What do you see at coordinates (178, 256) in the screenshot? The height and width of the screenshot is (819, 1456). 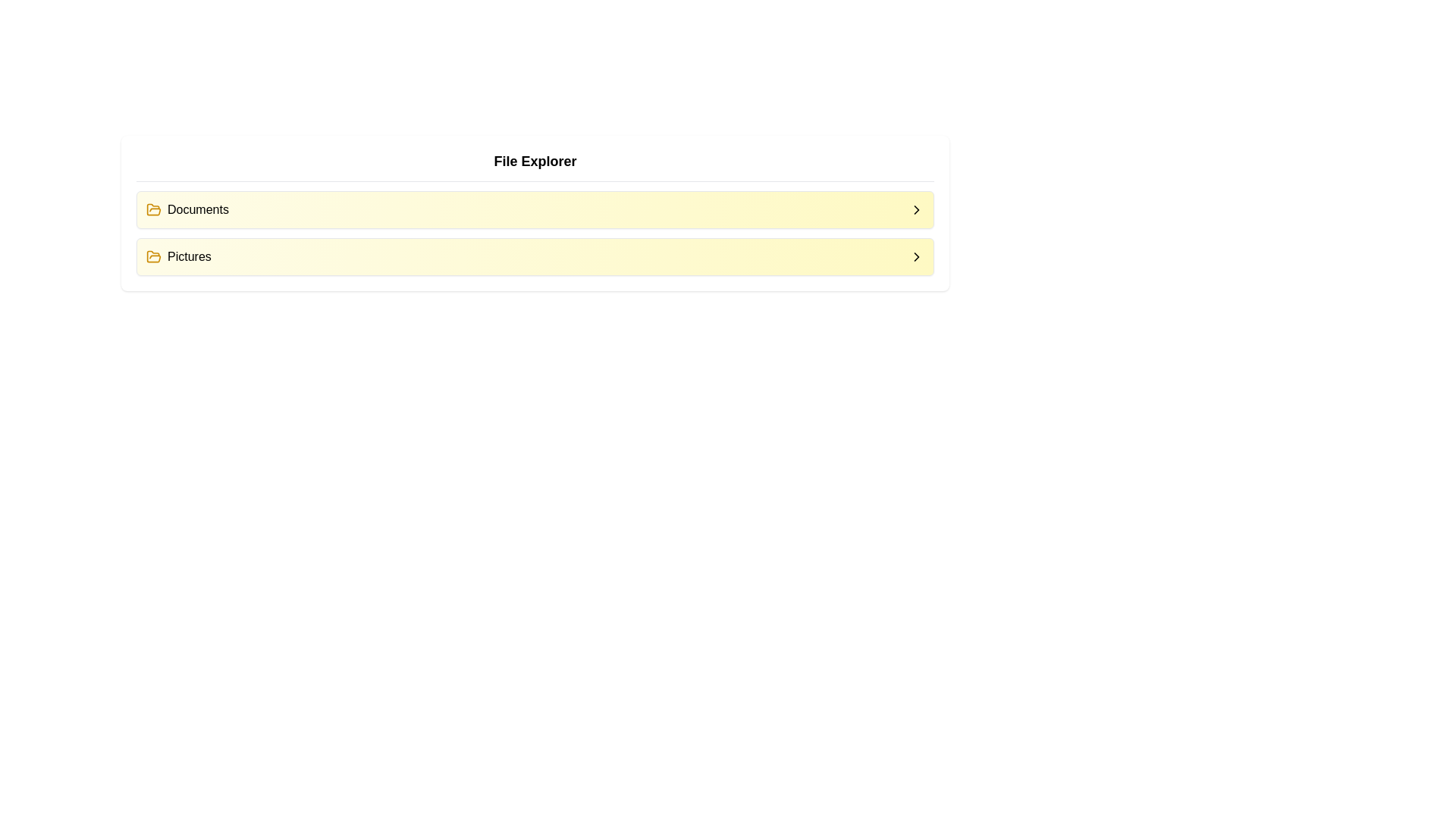 I see `the composite UI element containing the yellow folder icon and the text 'Pictures' to potentially reveal additional information or functionality` at bounding box center [178, 256].